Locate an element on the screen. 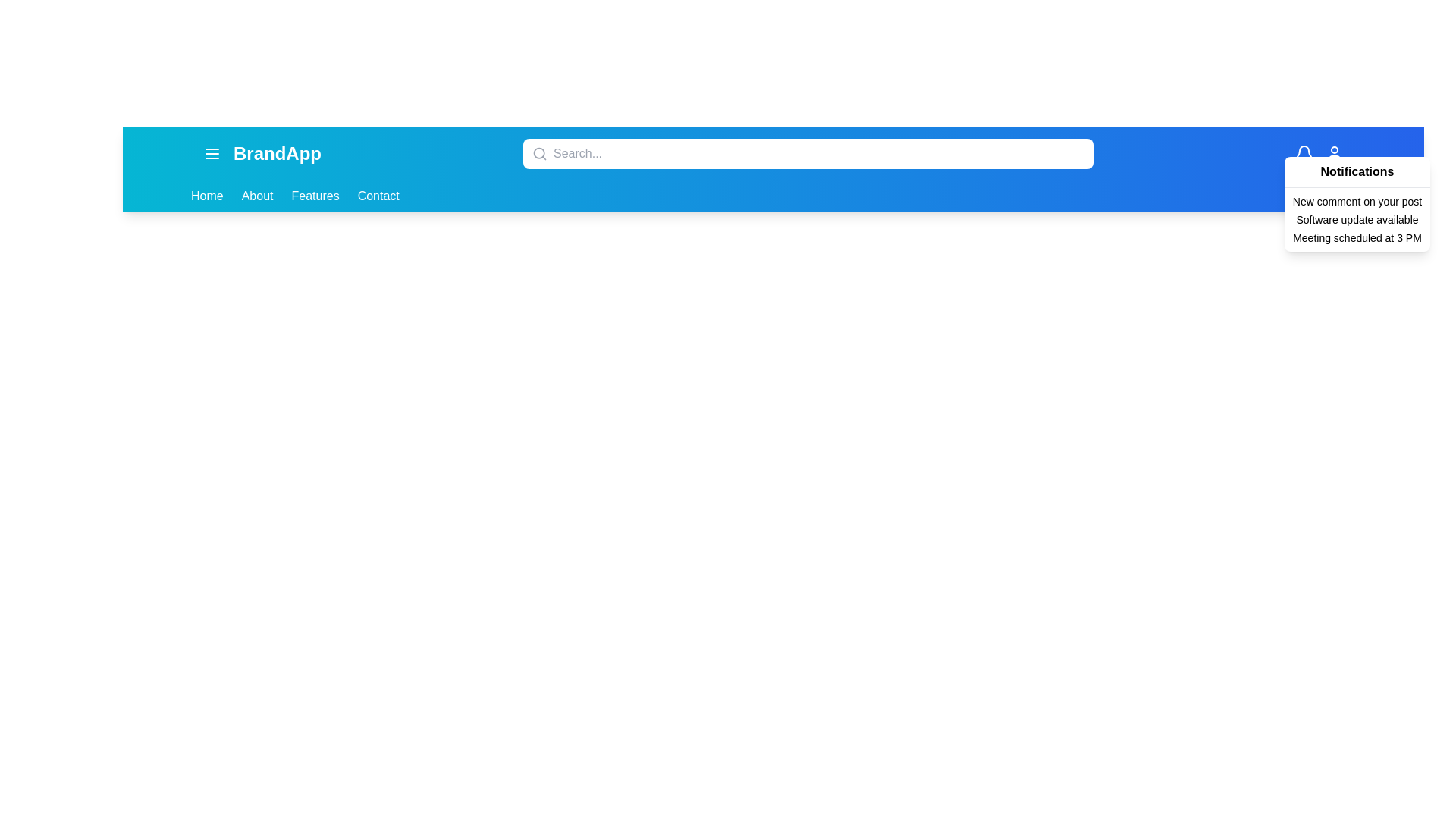 Image resolution: width=1456 pixels, height=819 pixels. the bell icon to toggle the notifications panel is located at coordinates (1303, 154).